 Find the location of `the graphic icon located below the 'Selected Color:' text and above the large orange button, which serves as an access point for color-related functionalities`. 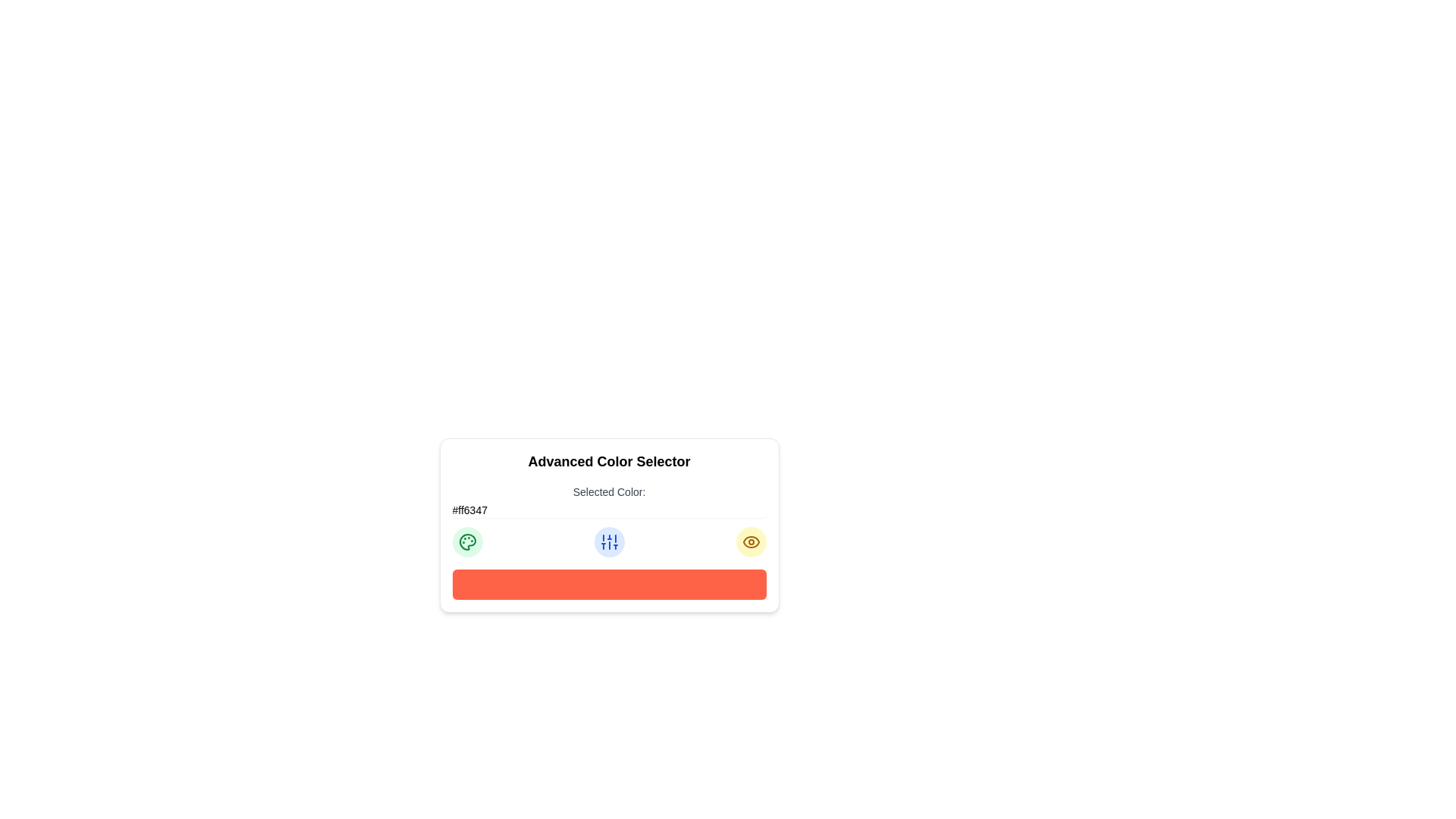

the graphic icon located below the 'Selected Color:' text and above the large orange button, which serves as an access point for color-related functionalities is located at coordinates (466, 541).